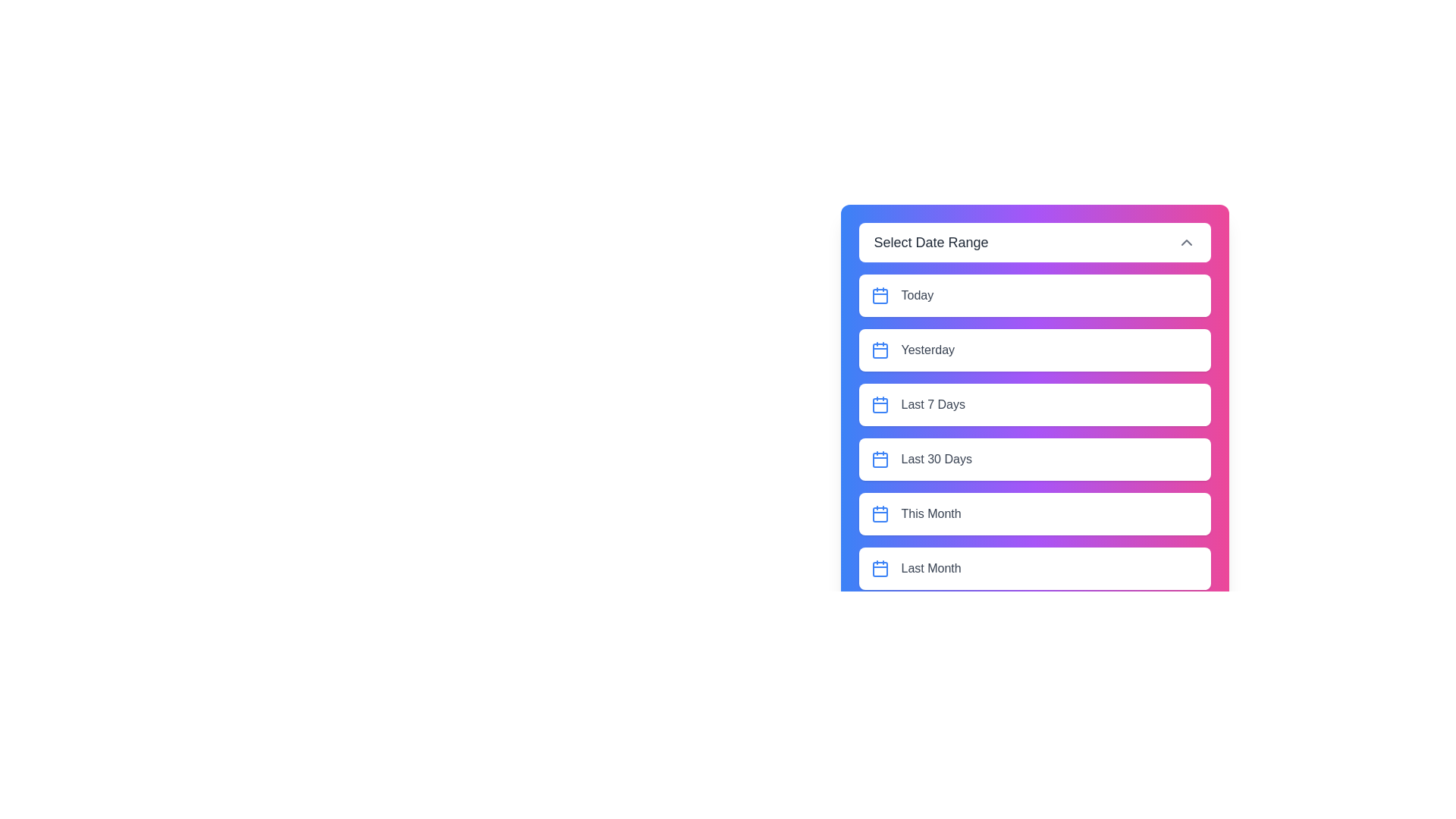 The width and height of the screenshot is (1456, 819). What do you see at coordinates (1034, 403) in the screenshot?
I see `the date range option Last 7 Days from the list` at bounding box center [1034, 403].